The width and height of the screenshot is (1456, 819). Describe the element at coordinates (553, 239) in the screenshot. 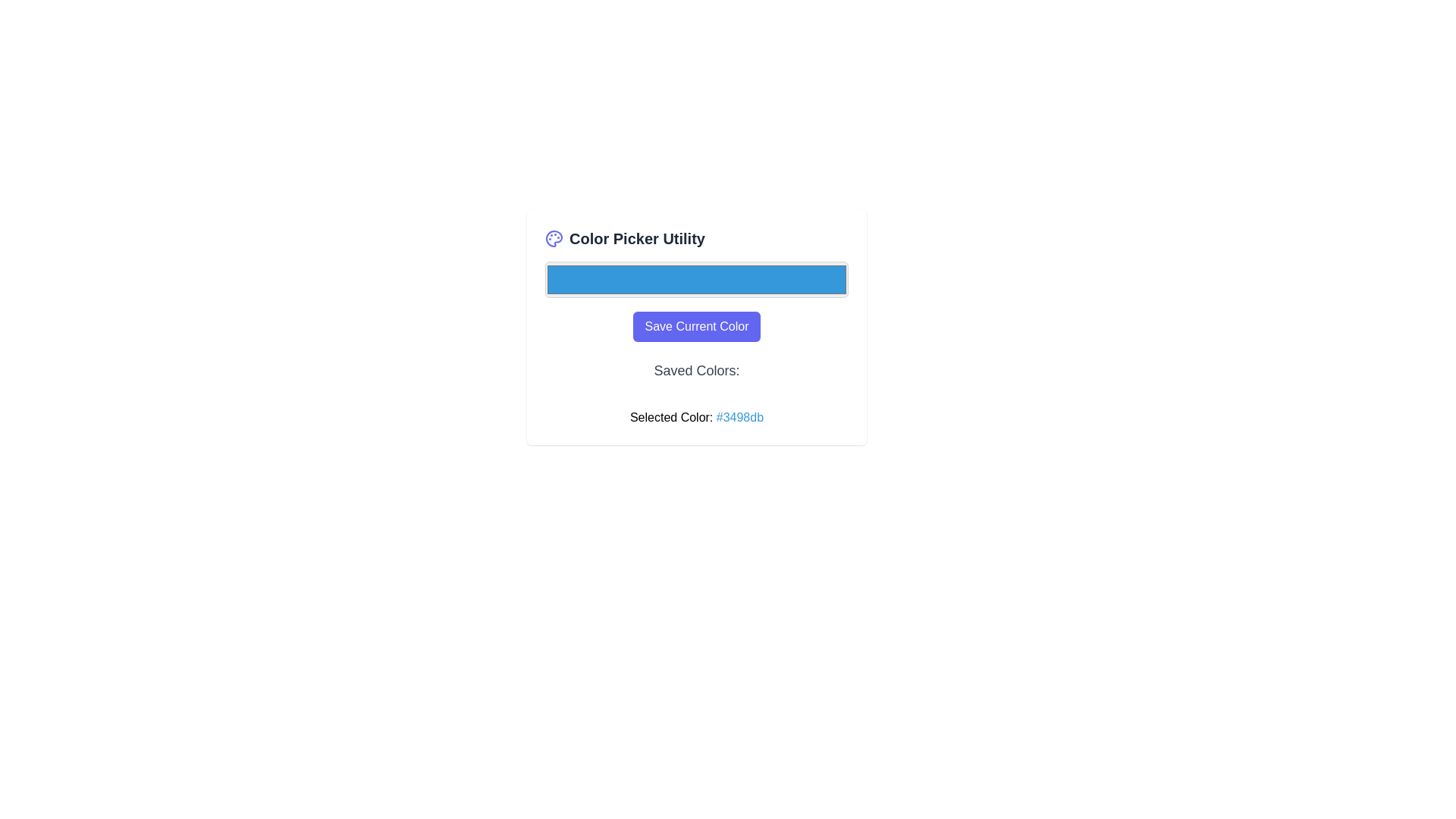

I see `the painter's palette icon resembling a color palette, which is located to the left of the 'Color Picker Utility' title` at that location.